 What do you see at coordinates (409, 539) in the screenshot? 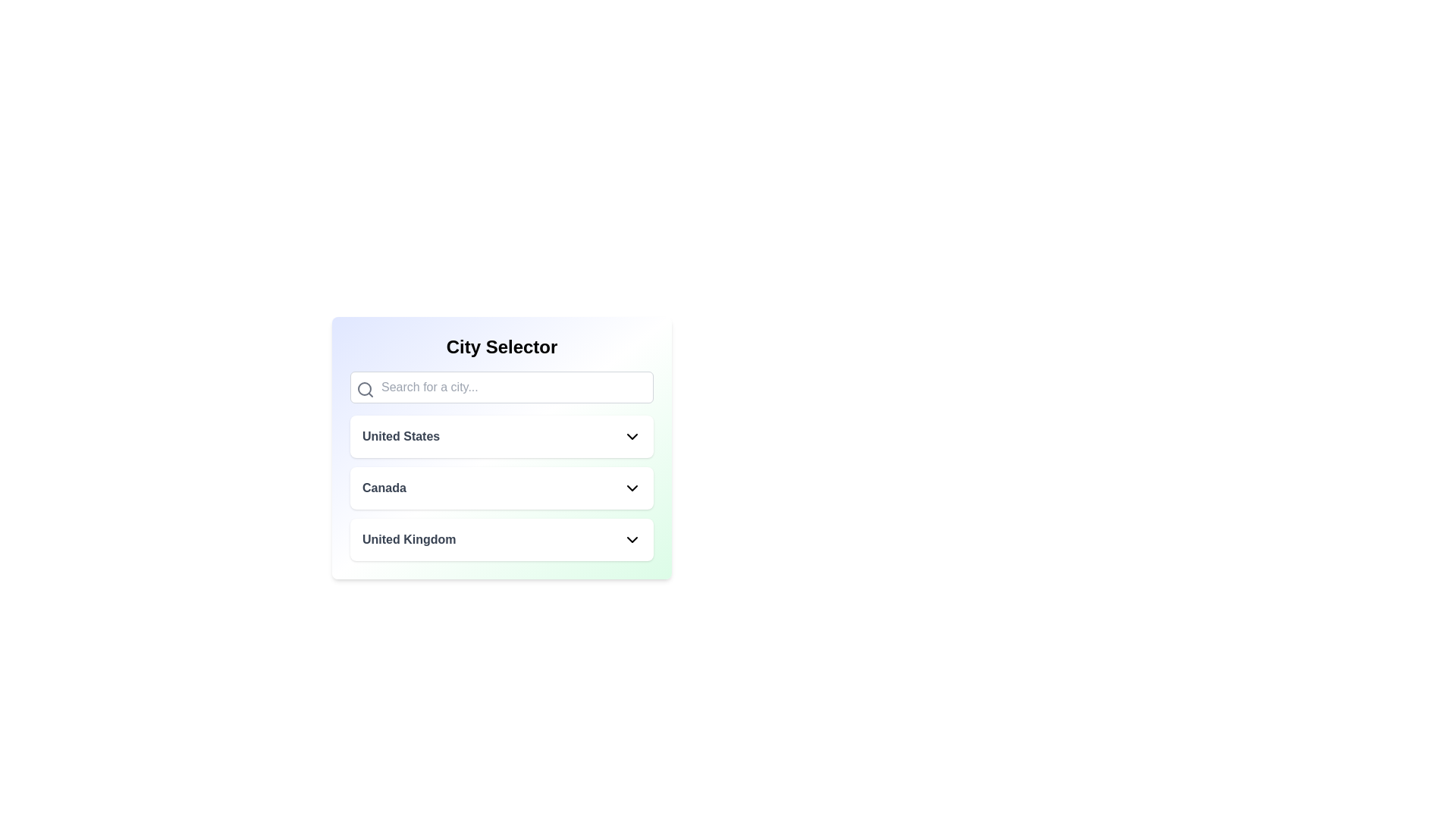
I see `the static text label identifying 'United Kingdom' within the dropdown menu for selecting cities or countries` at bounding box center [409, 539].